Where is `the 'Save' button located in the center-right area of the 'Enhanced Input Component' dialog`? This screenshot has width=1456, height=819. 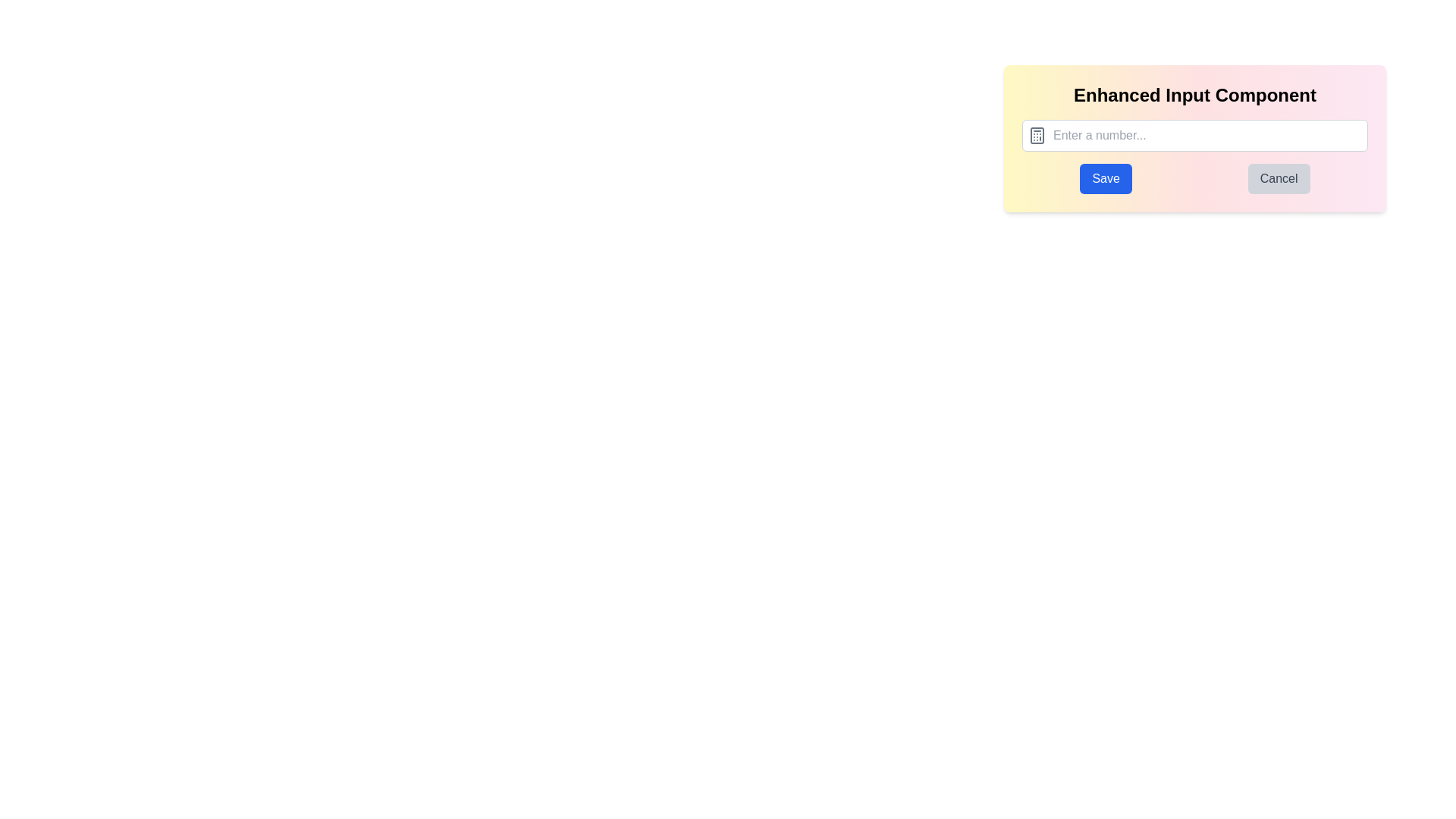
the 'Save' button located in the center-right area of the 'Enhanced Input Component' dialog is located at coordinates (1106, 177).